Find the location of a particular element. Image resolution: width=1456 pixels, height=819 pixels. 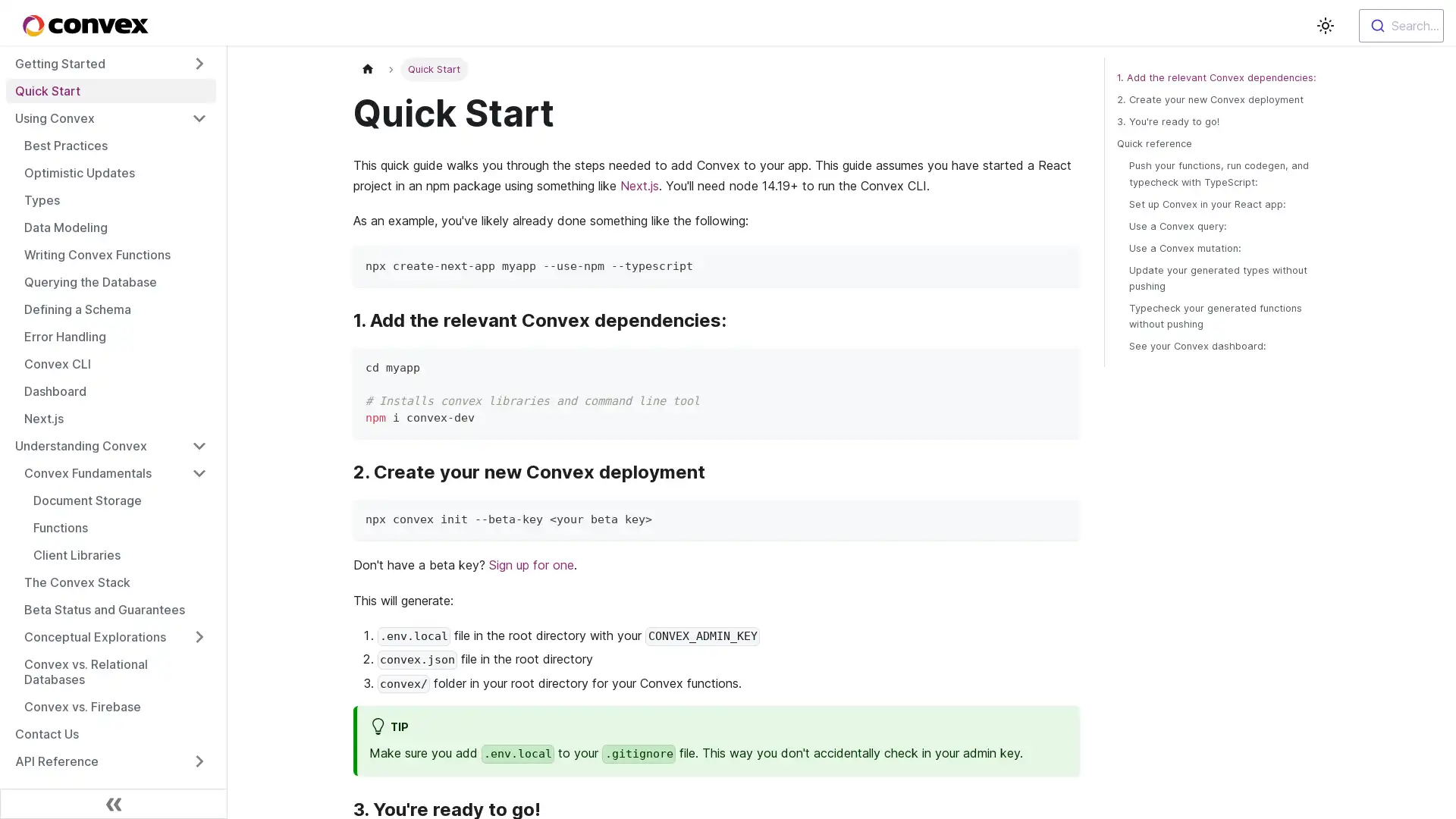

Copy code to clipboard is located at coordinates (1060, 263).